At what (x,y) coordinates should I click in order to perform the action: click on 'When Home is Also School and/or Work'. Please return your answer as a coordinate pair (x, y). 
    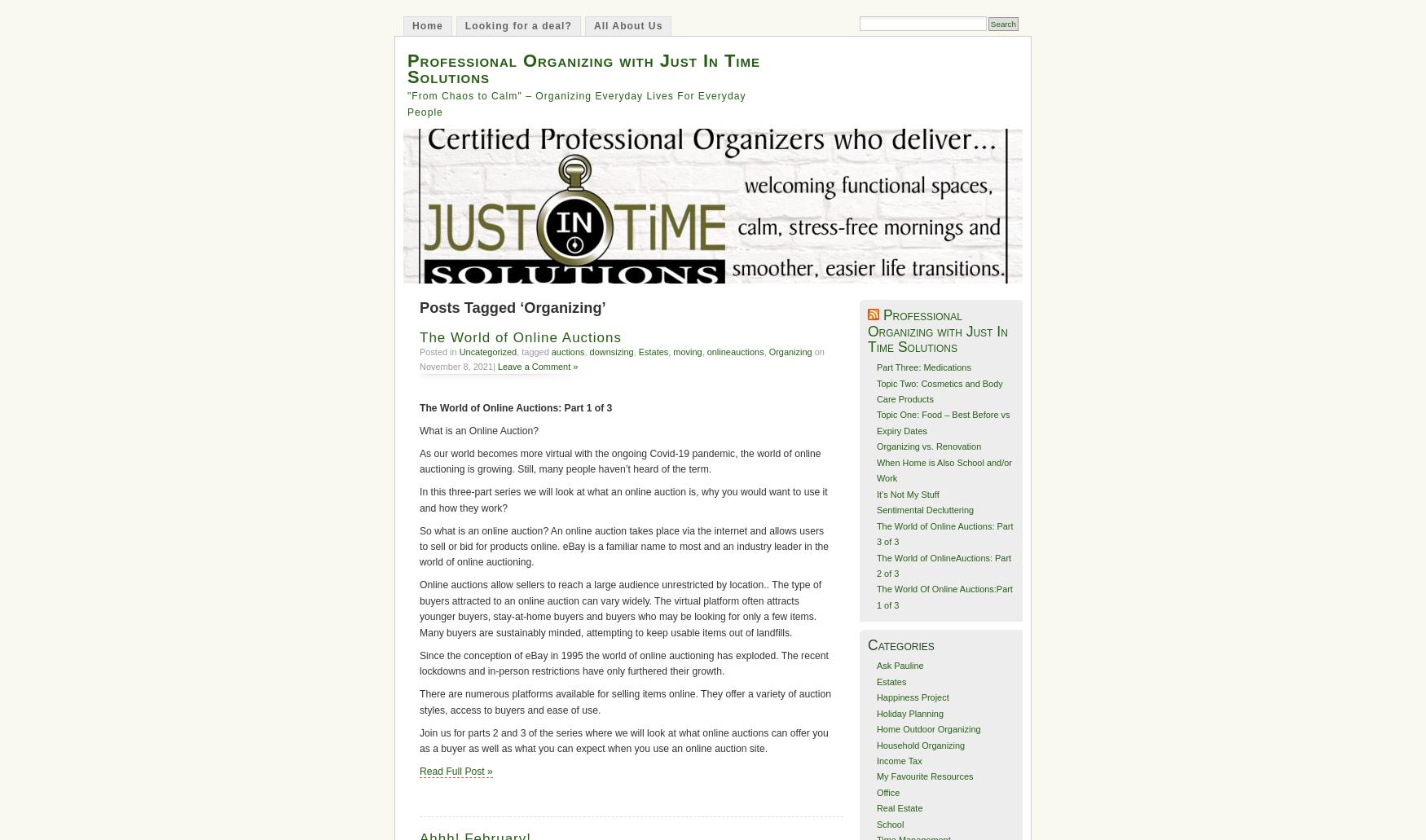
    Looking at the image, I should click on (942, 469).